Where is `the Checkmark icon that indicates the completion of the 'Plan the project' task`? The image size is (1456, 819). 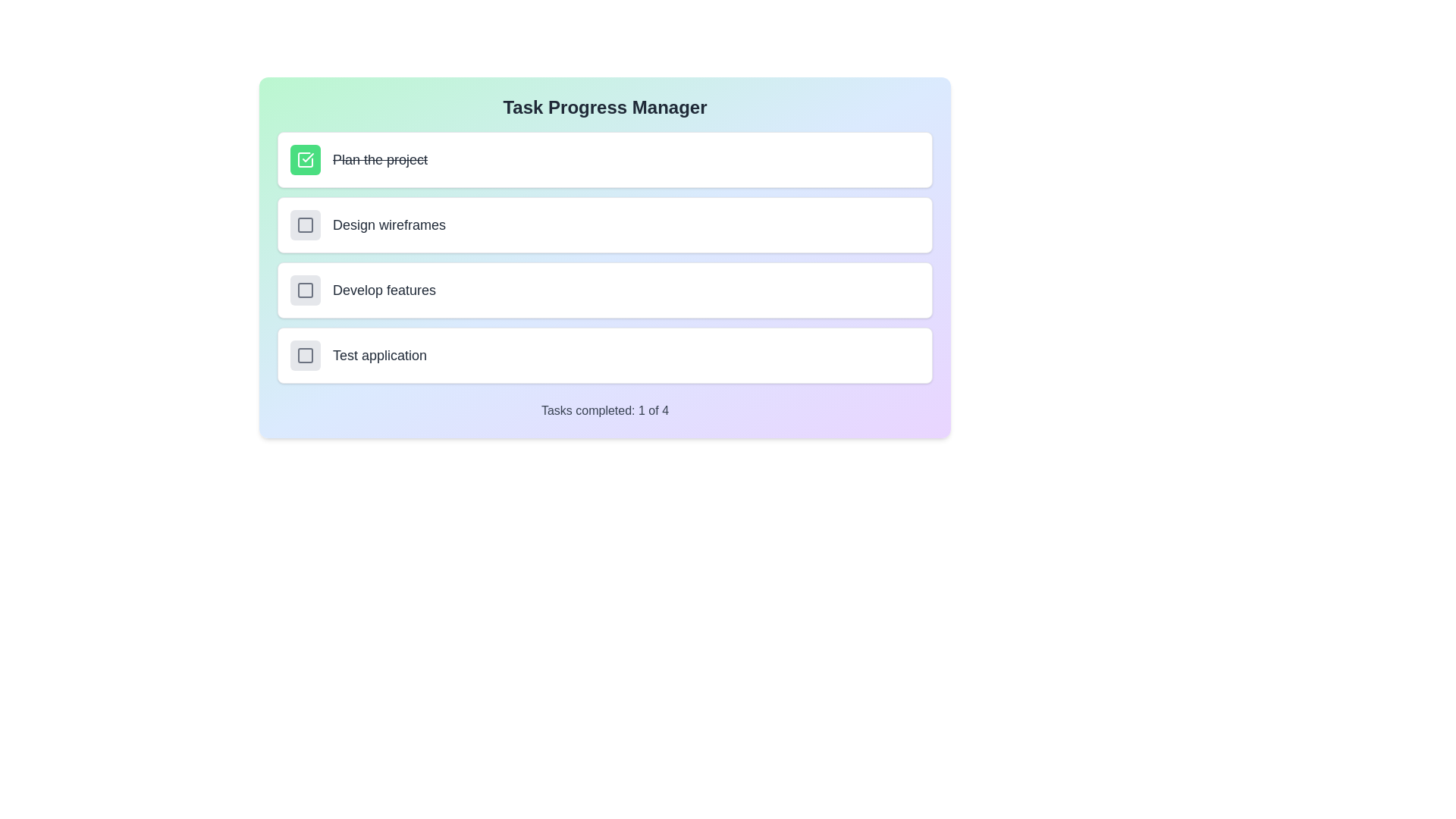
the Checkmark icon that indicates the completion of the 'Plan the project' task is located at coordinates (307, 158).